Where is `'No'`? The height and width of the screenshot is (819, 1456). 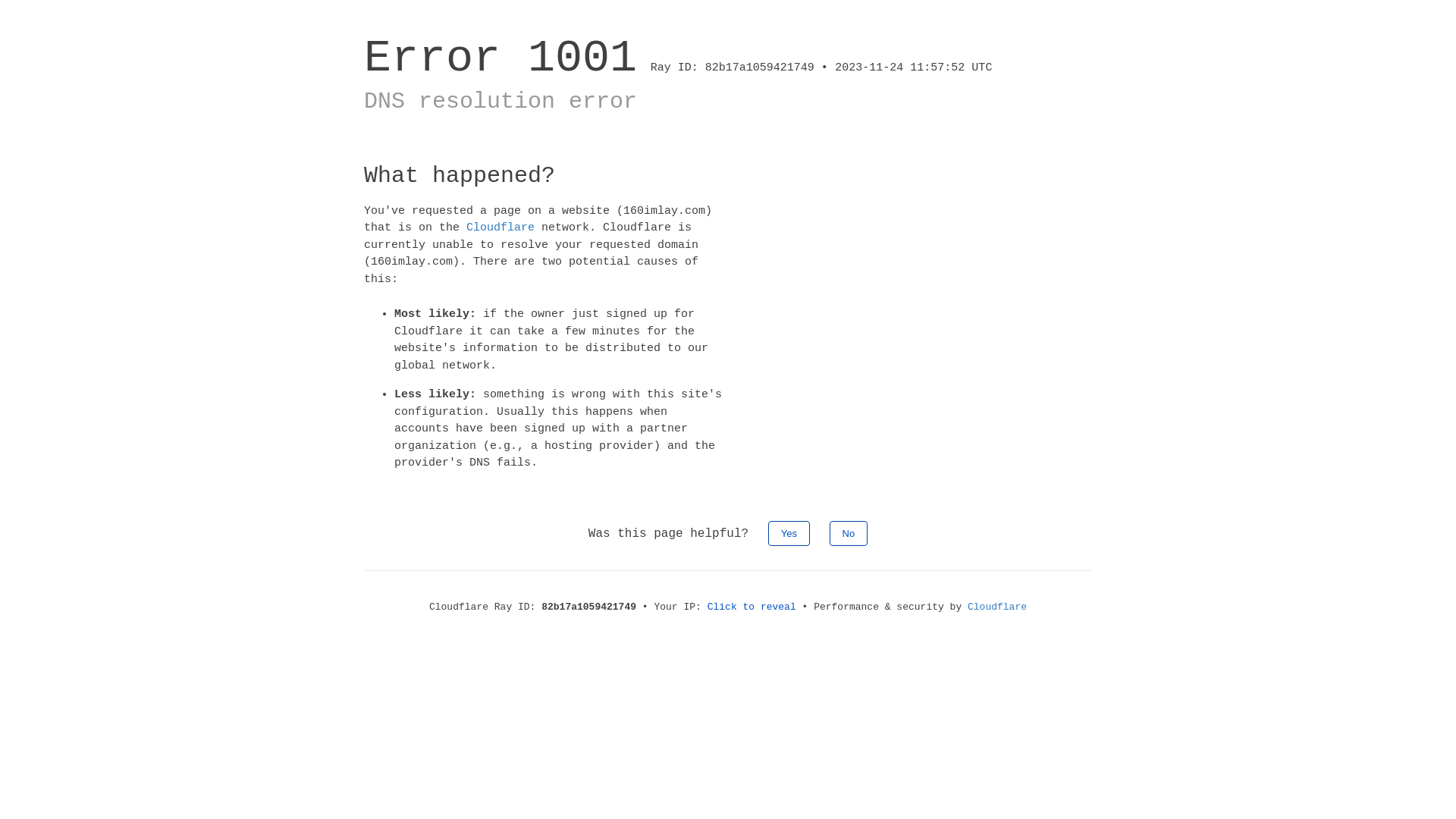
'No' is located at coordinates (848, 532).